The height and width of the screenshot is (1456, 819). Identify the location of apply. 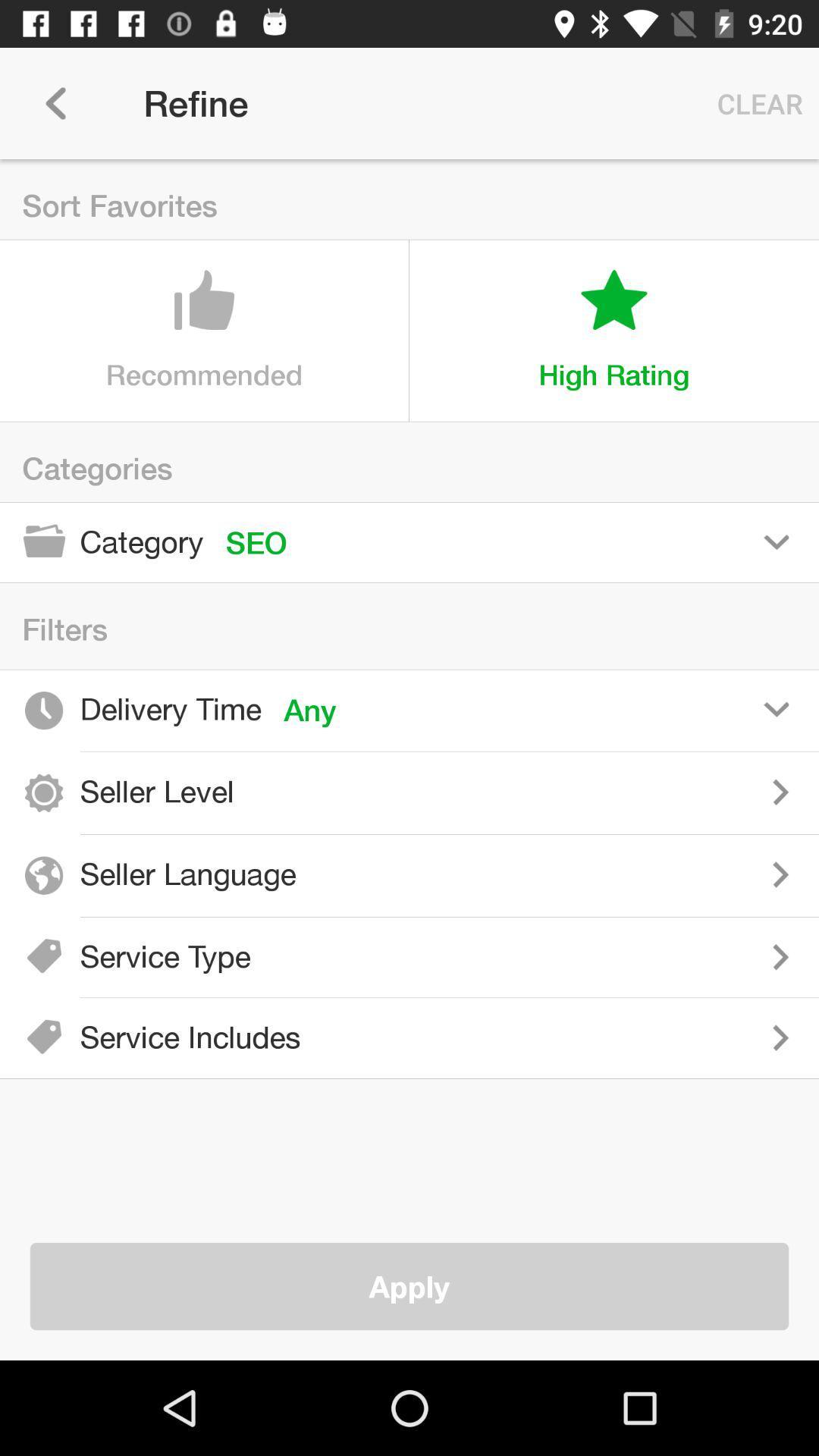
(409, 1285).